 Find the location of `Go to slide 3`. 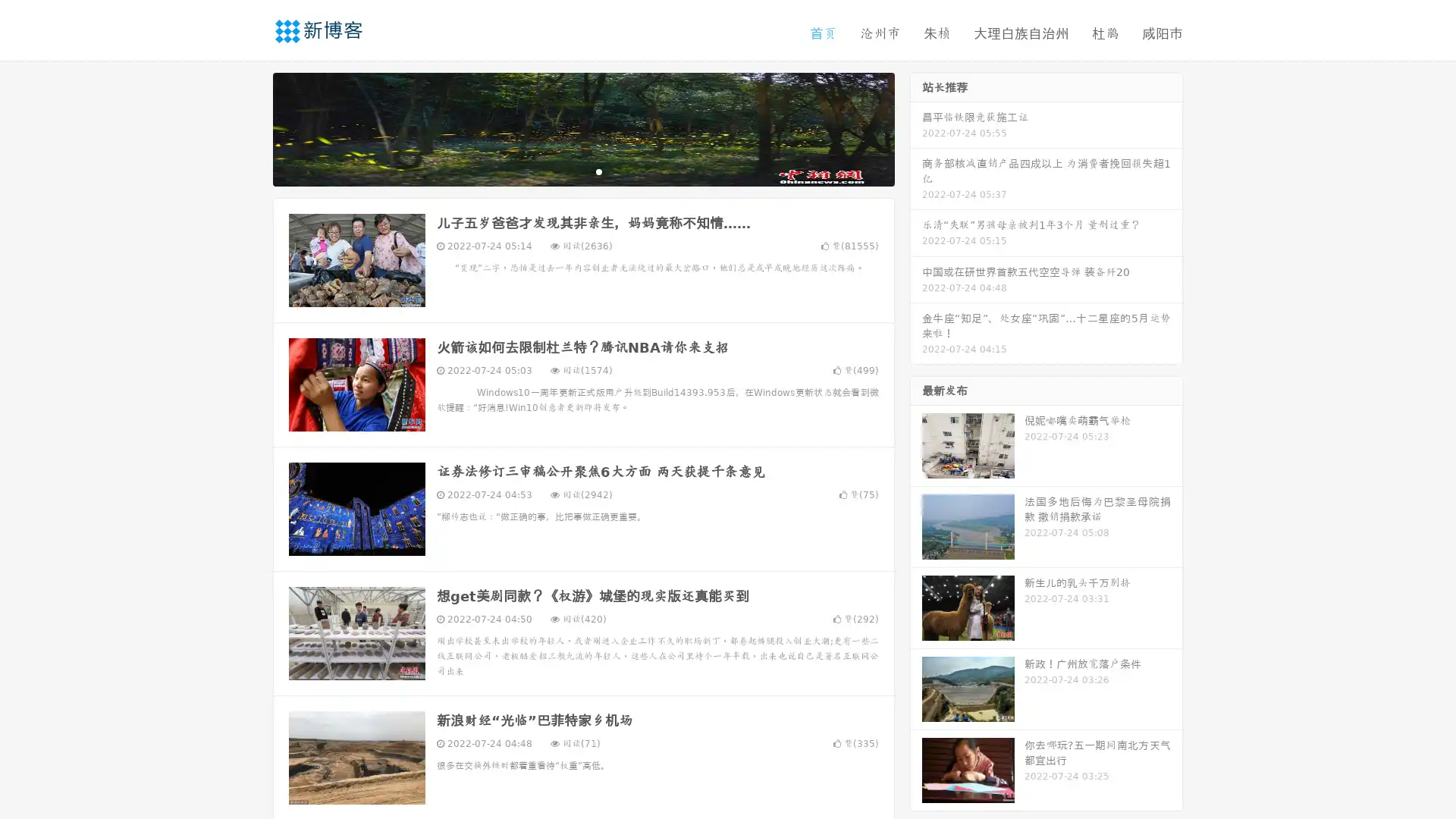

Go to slide 3 is located at coordinates (598, 171).